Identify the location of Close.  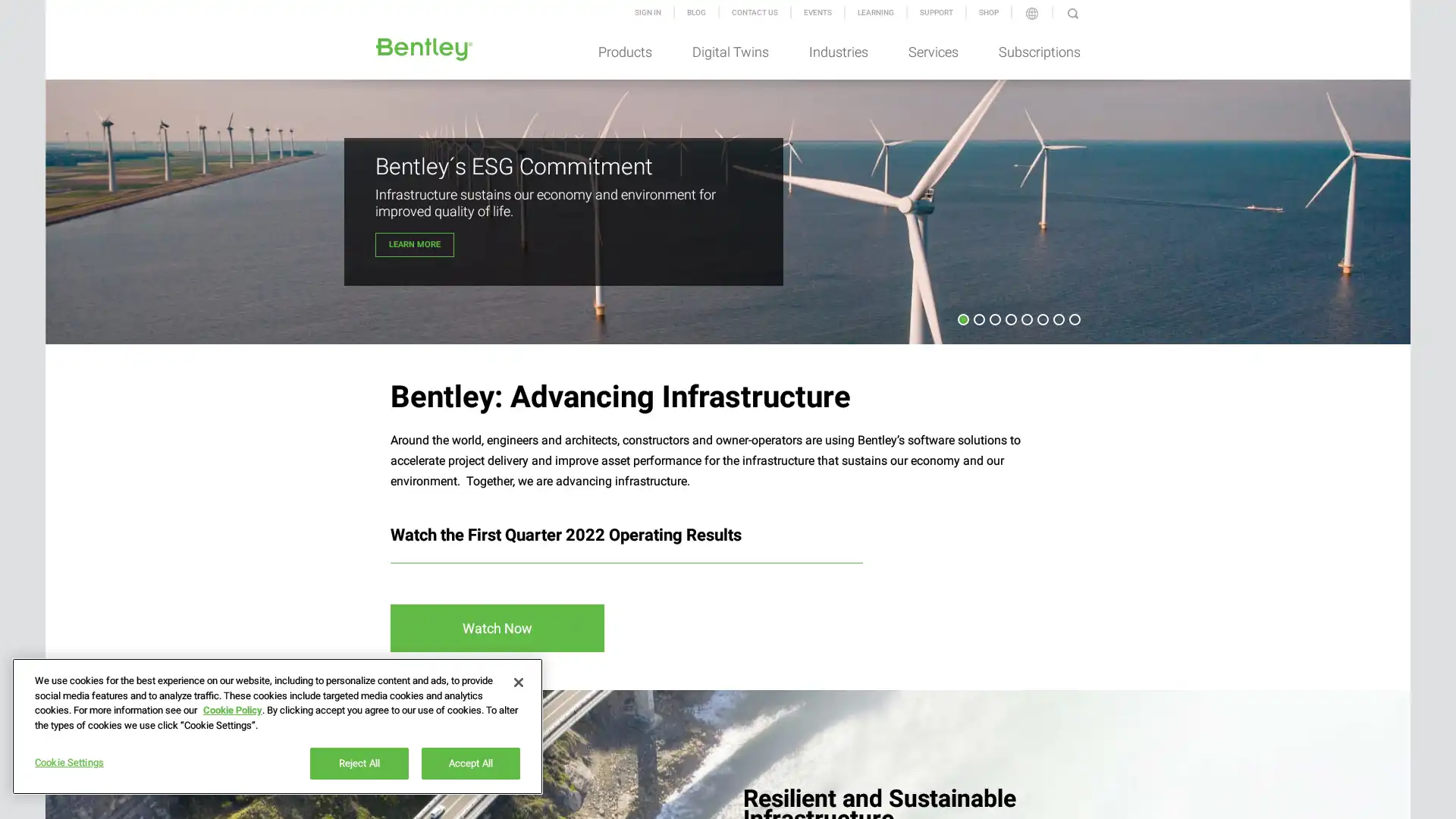
(519, 681).